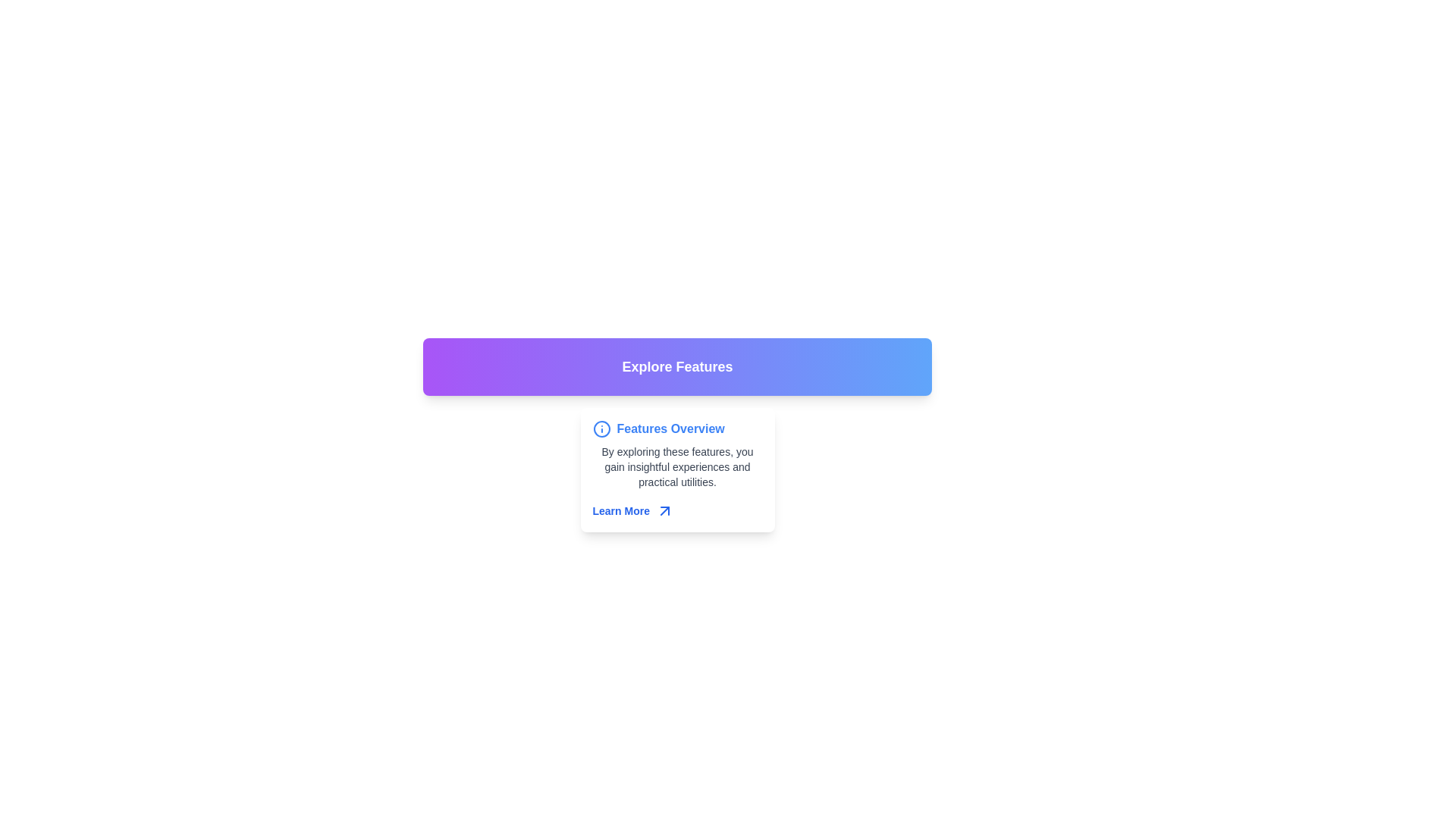  Describe the element at coordinates (665, 511) in the screenshot. I see `the small arrow icon in the 'Learn More' section of the card, which is part of a group of SVG elements` at that location.